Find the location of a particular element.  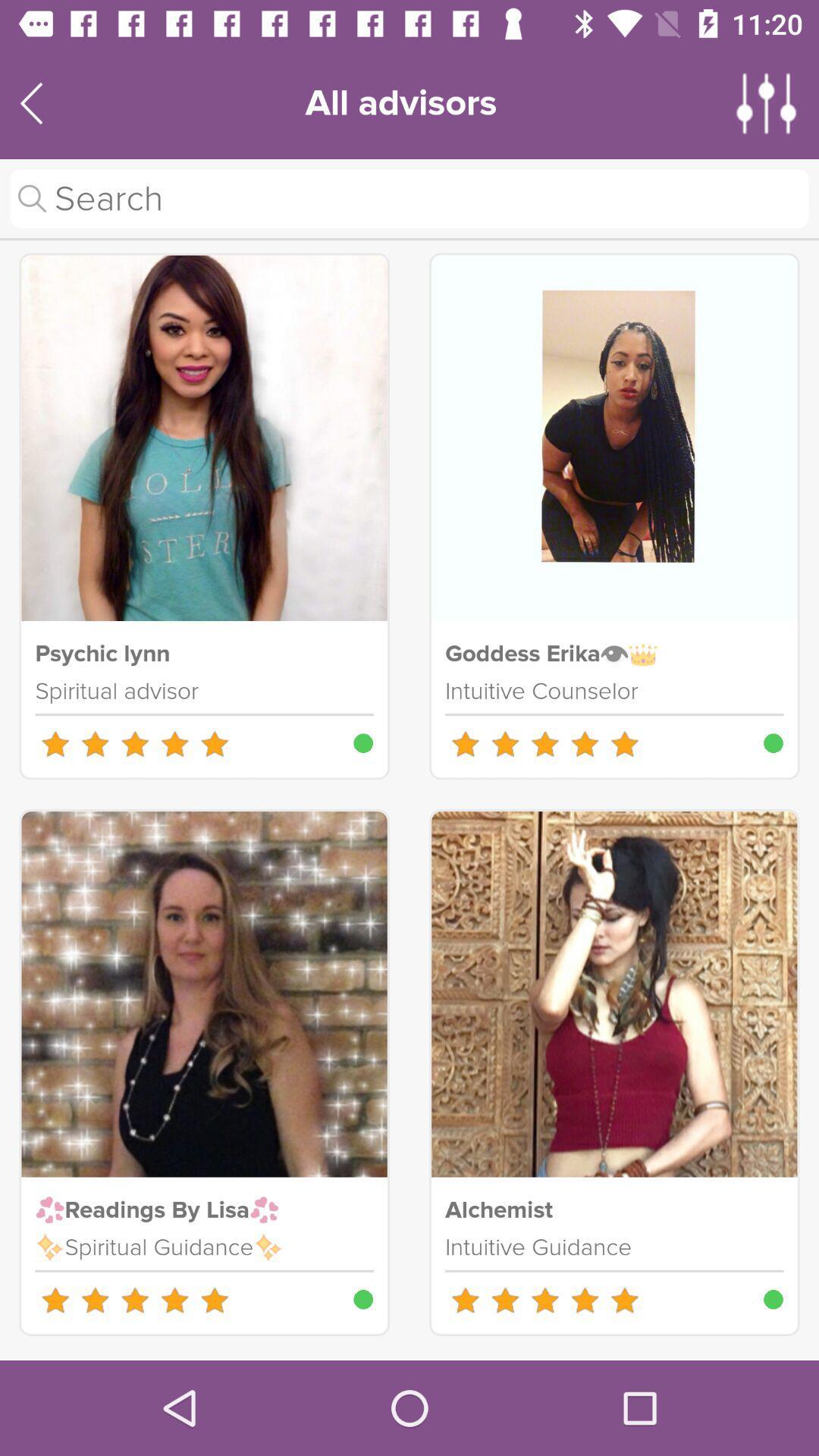

the item below the all advisors item is located at coordinates (409, 198).